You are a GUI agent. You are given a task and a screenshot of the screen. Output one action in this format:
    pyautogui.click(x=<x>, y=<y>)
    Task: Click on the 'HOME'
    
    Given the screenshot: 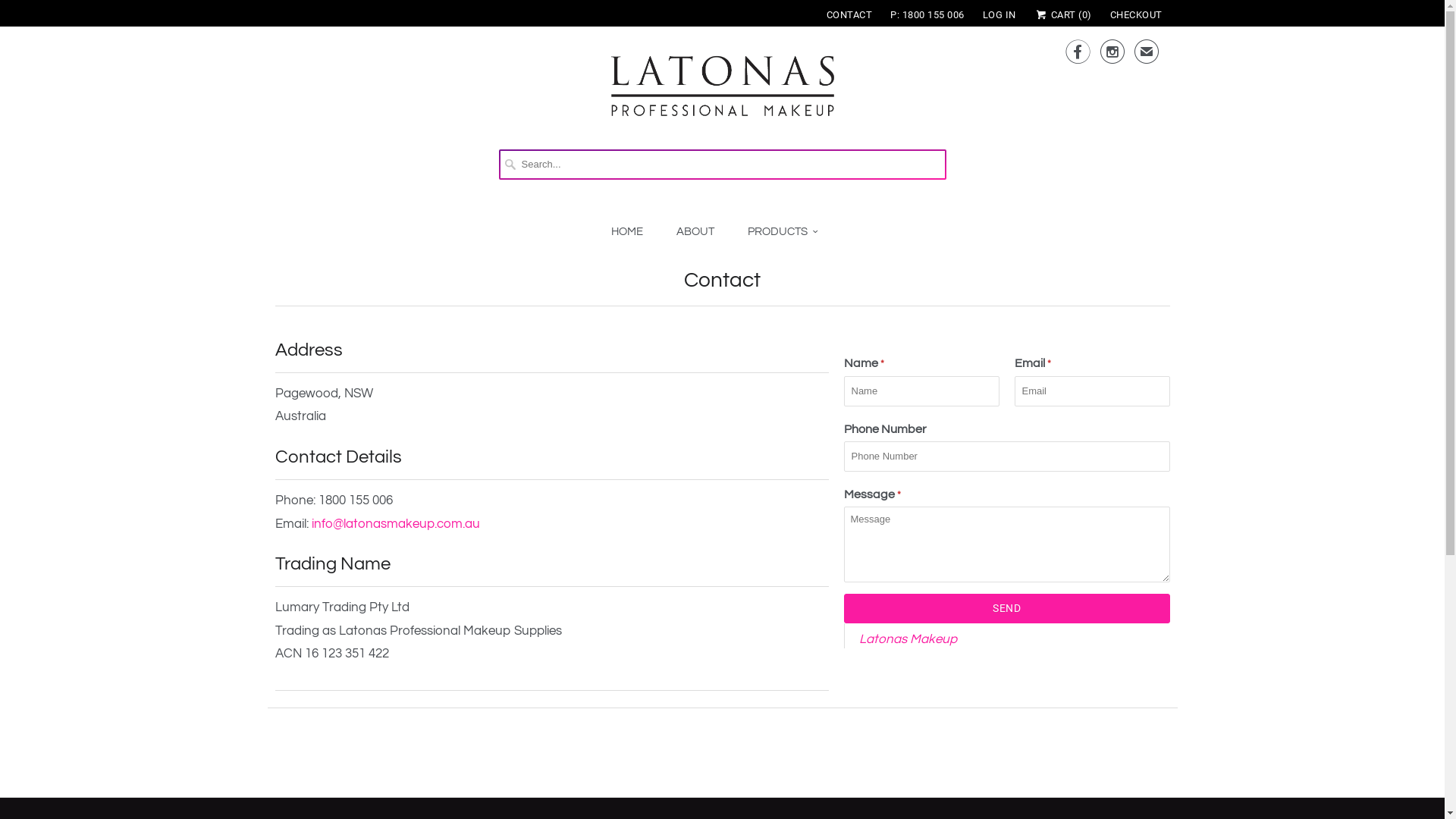 What is the action you would take?
    pyautogui.click(x=611, y=231)
    